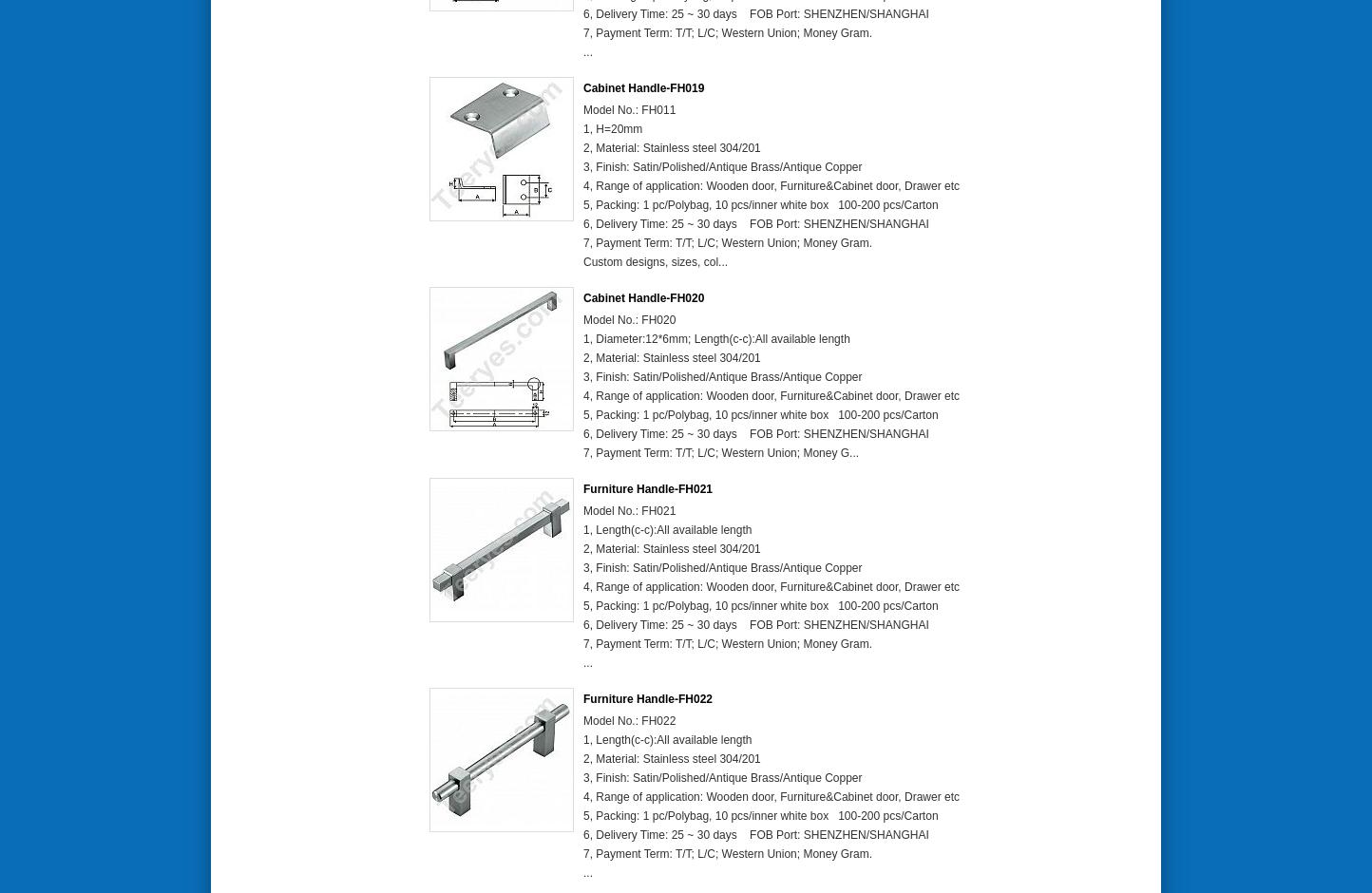 The width and height of the screenshot is (1372, 893). What do you see at coordinates (629, 509) in the screenshot?
I see `'Model No.: FH021'` at bounding box center [629, 509].